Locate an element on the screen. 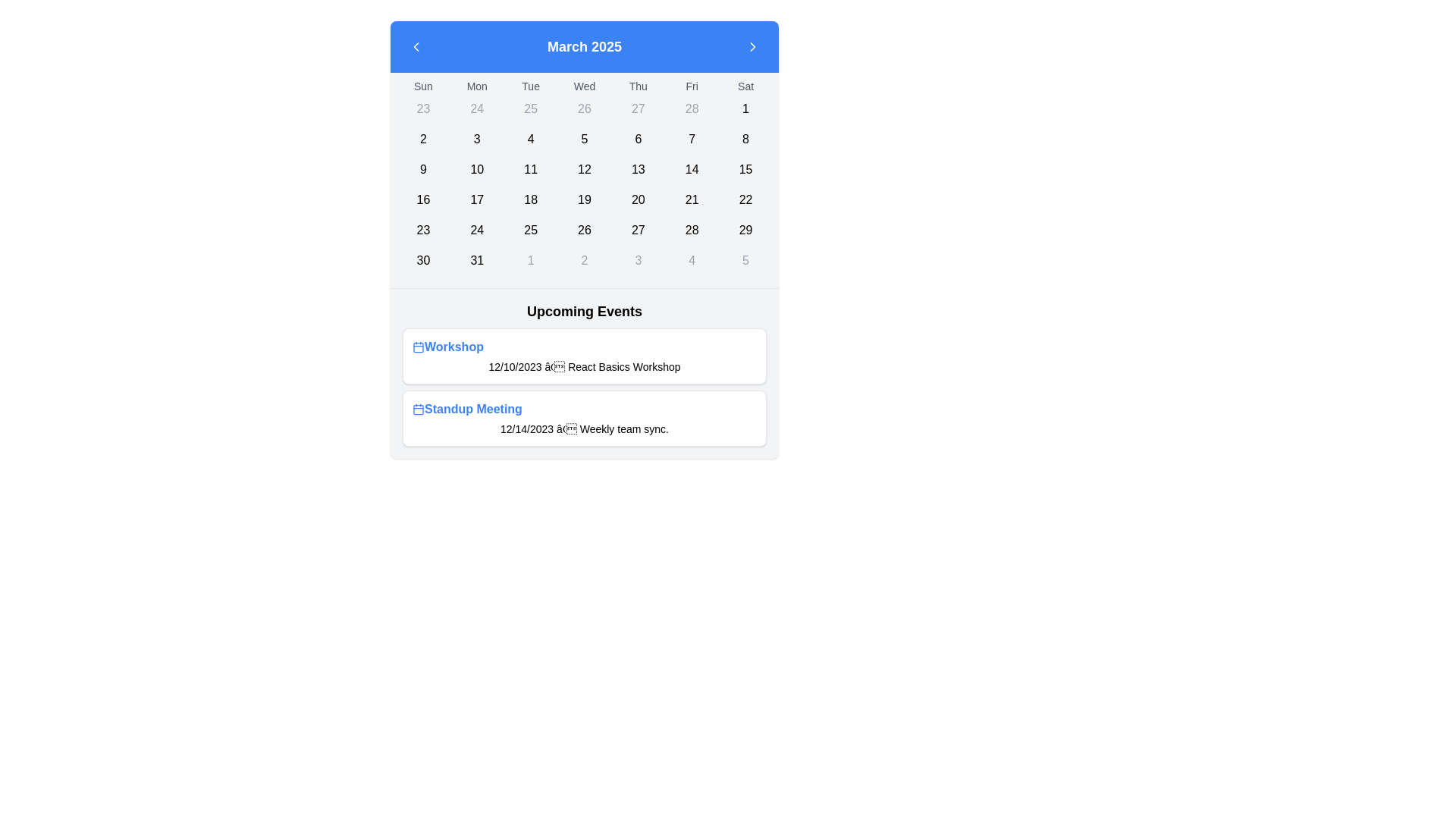  the rounded rectangular button labeled '24' is located at coordinates (476, 231).